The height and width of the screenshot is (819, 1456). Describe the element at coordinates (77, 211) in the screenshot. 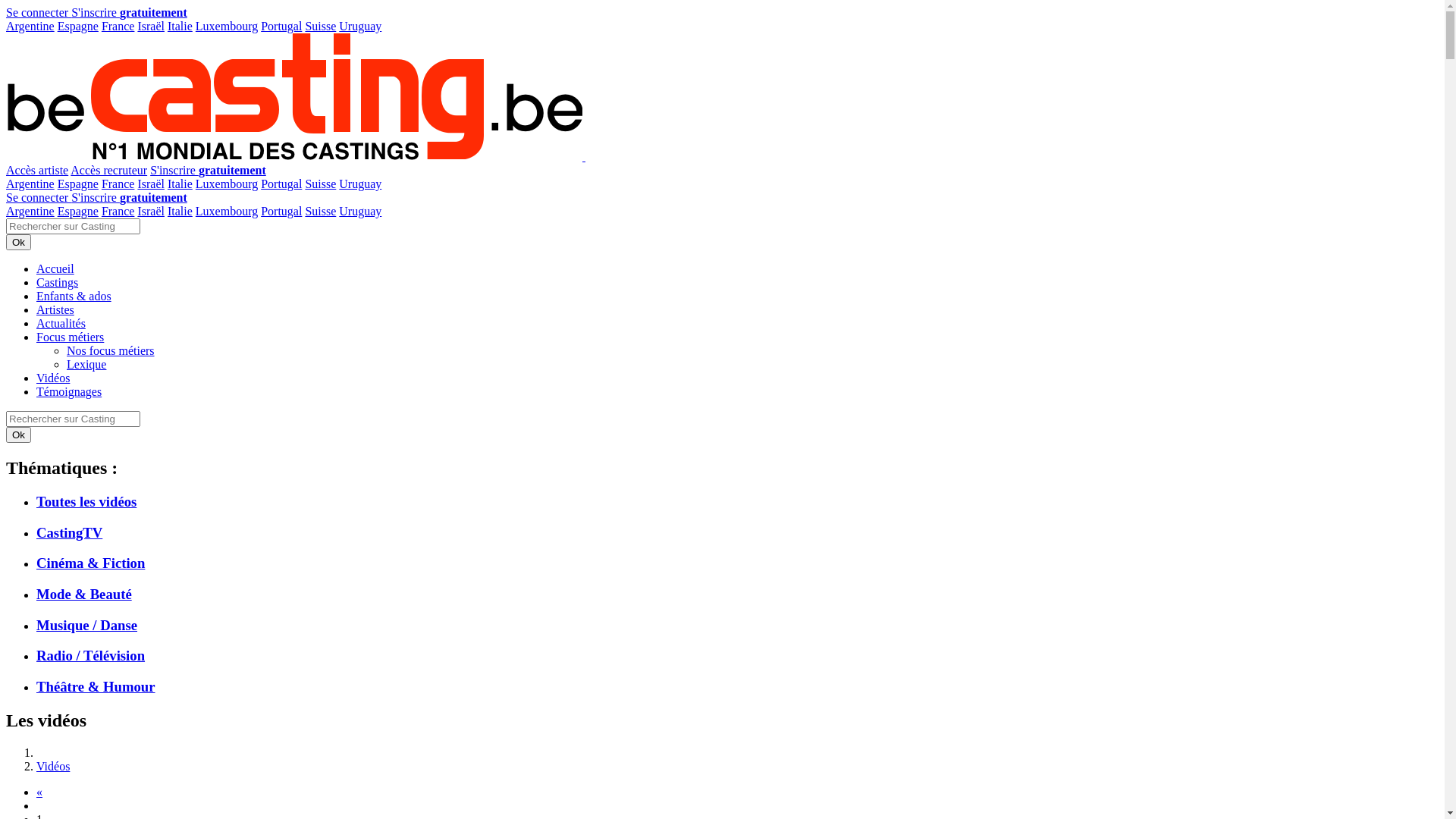

I see `'Espagne'` at that location.